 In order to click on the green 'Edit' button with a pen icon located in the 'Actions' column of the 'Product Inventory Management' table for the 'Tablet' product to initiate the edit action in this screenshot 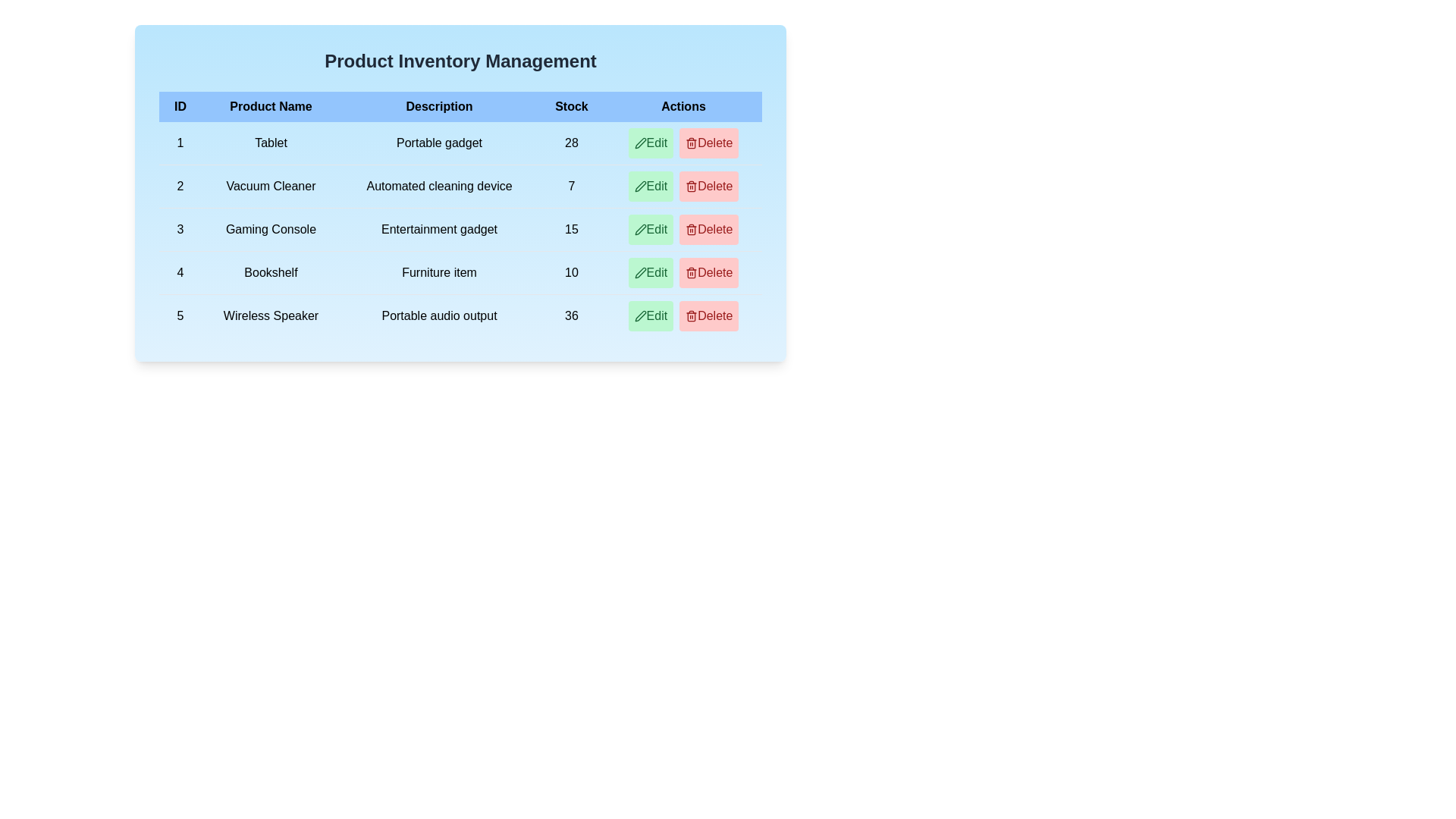, I will do `click(651, 143)`.